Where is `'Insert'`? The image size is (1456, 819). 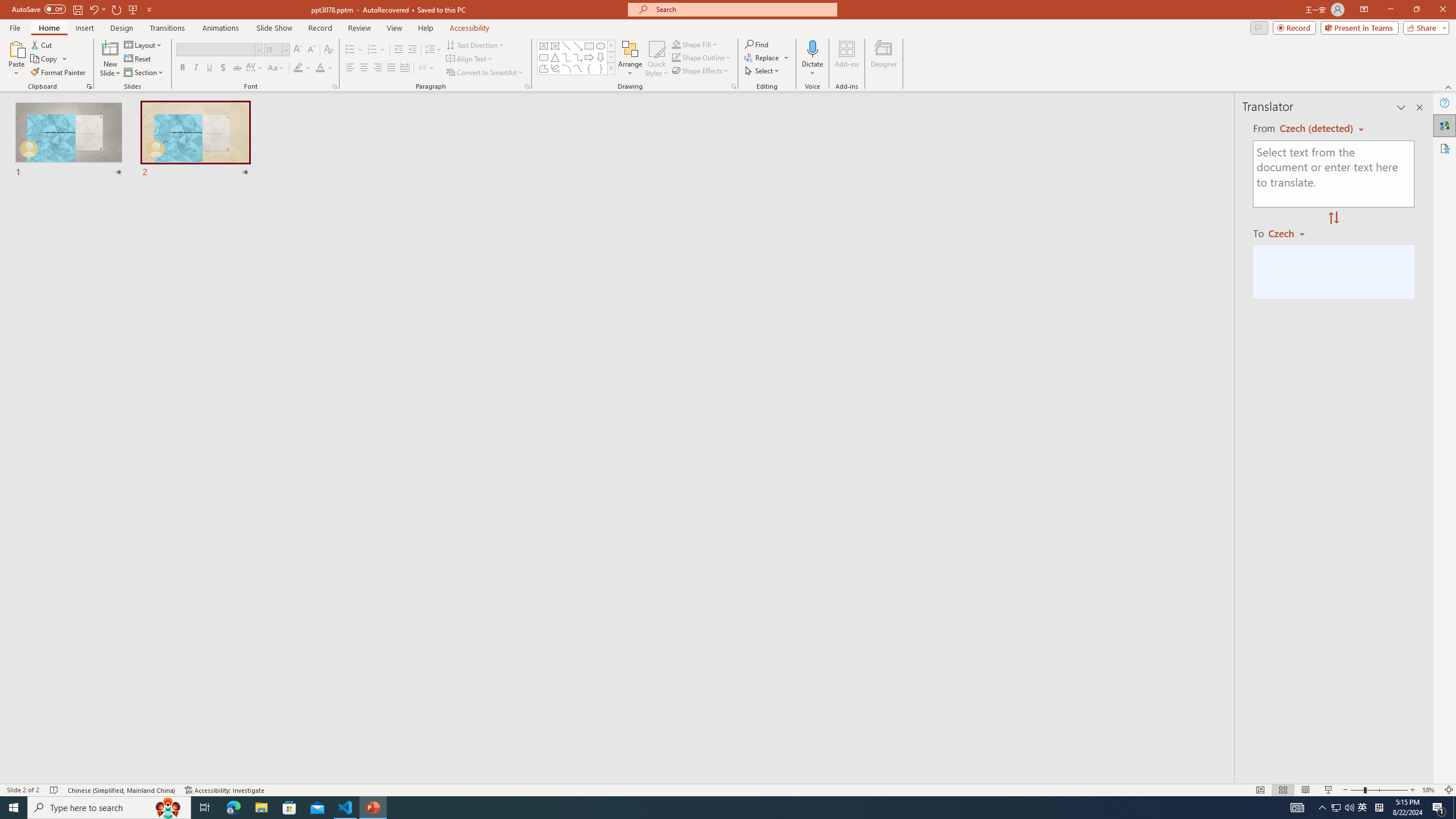 'Insert' is located at coordinates (84, 28).